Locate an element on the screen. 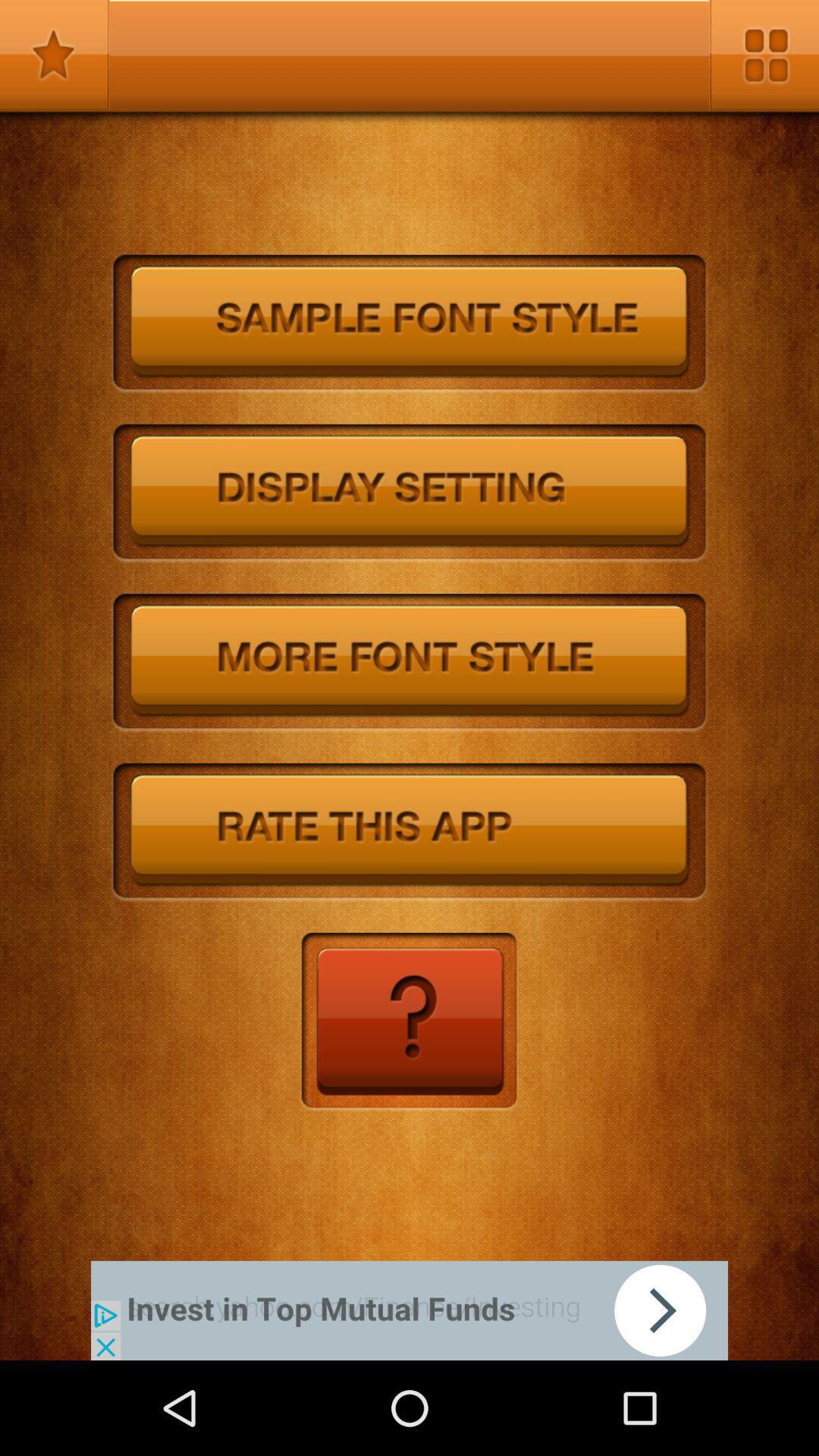 This screenshot has height=1456, width=819. display setting option is located at coordinates (409, 494).